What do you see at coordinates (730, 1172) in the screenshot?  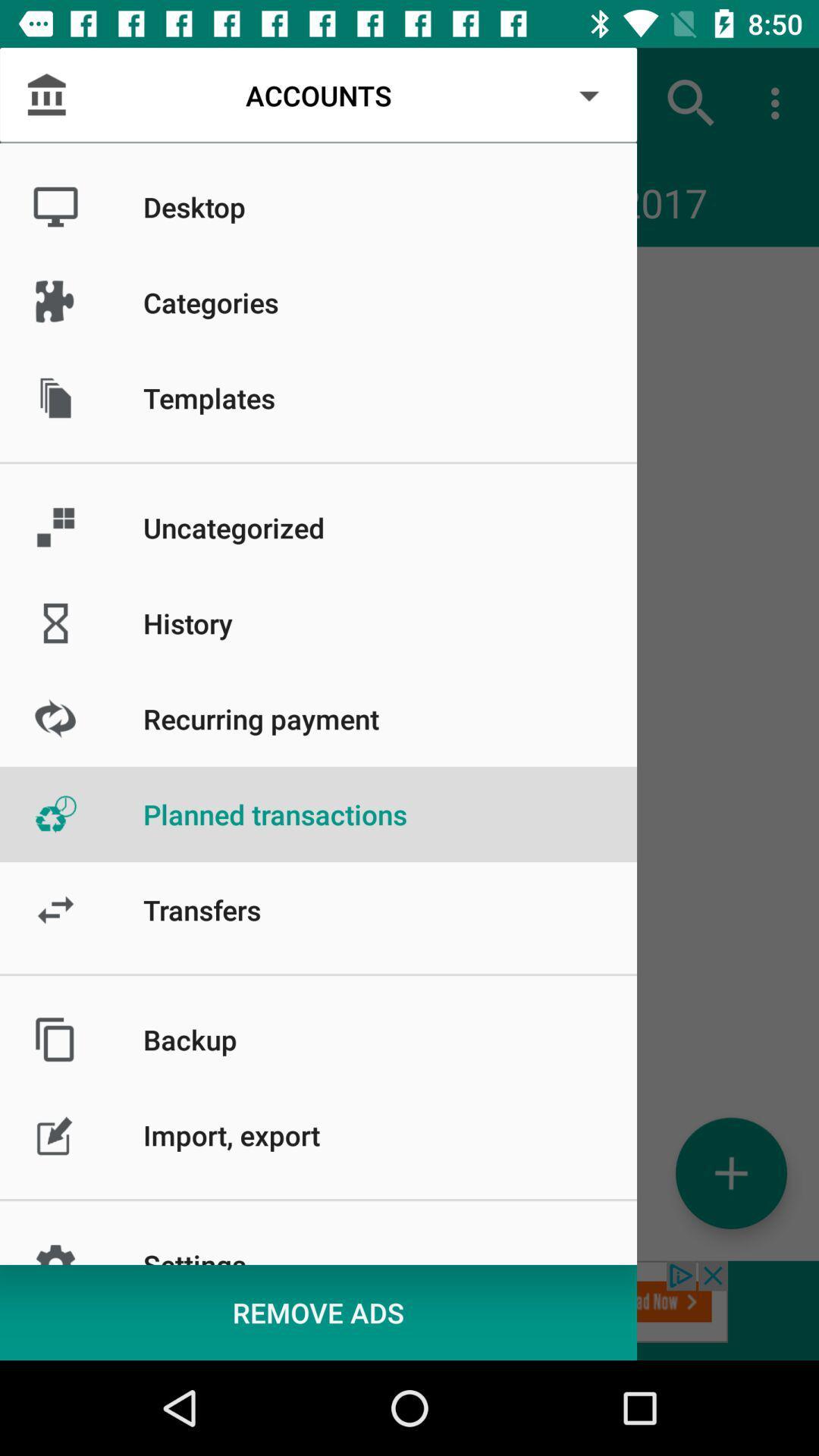 I see `symbol` at bounding box center [730, 1172].